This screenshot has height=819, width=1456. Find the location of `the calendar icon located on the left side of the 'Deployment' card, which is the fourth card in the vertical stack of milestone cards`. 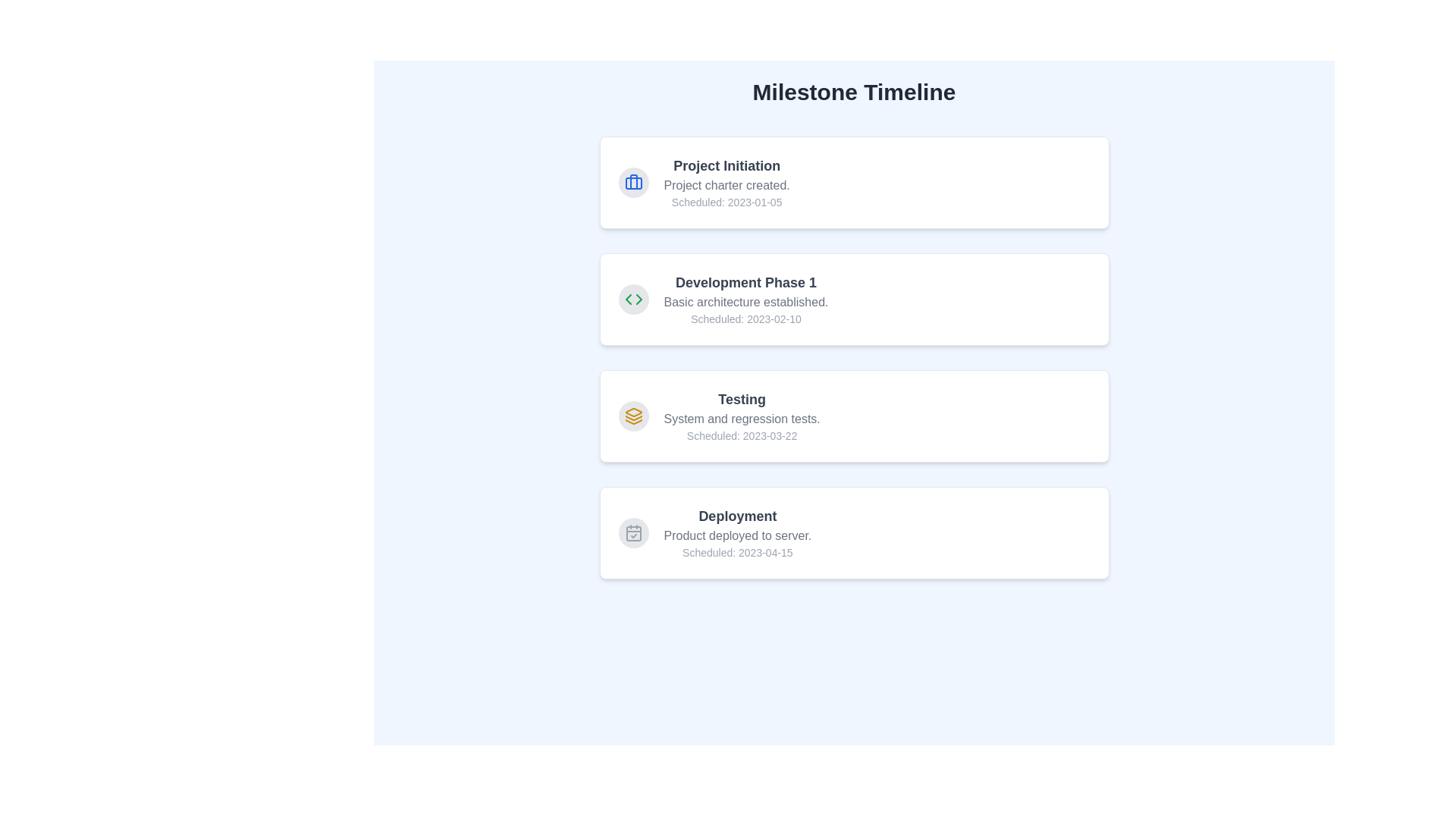

the calendar icon located on the left side of the 'Deployment' card, which is the fourth card in the vertical stack of milestone cards is located at coordinates (633, 532).